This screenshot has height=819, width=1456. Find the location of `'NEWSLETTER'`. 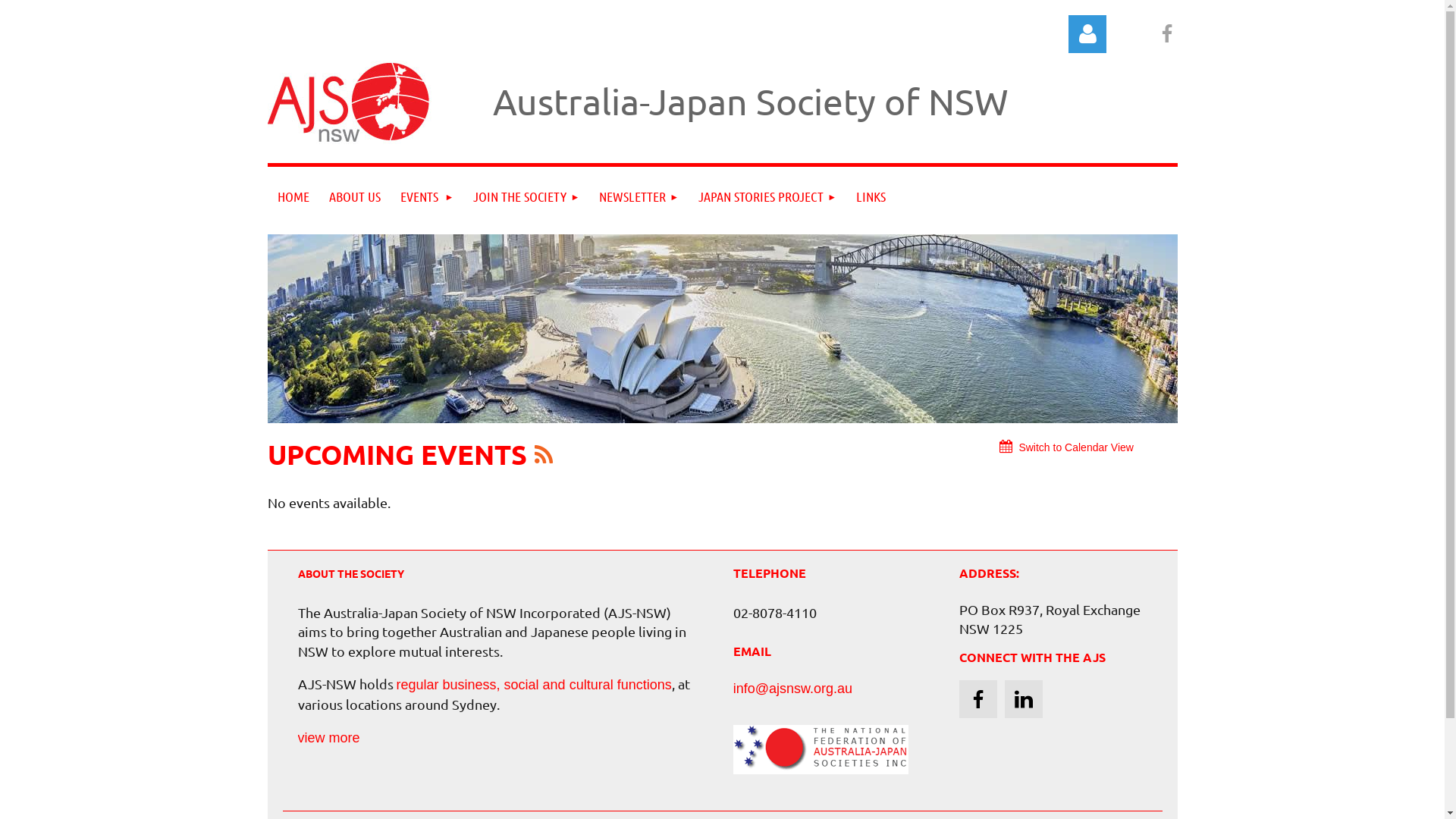

'NEWSLETTER' is located at coordinates (639, 196).